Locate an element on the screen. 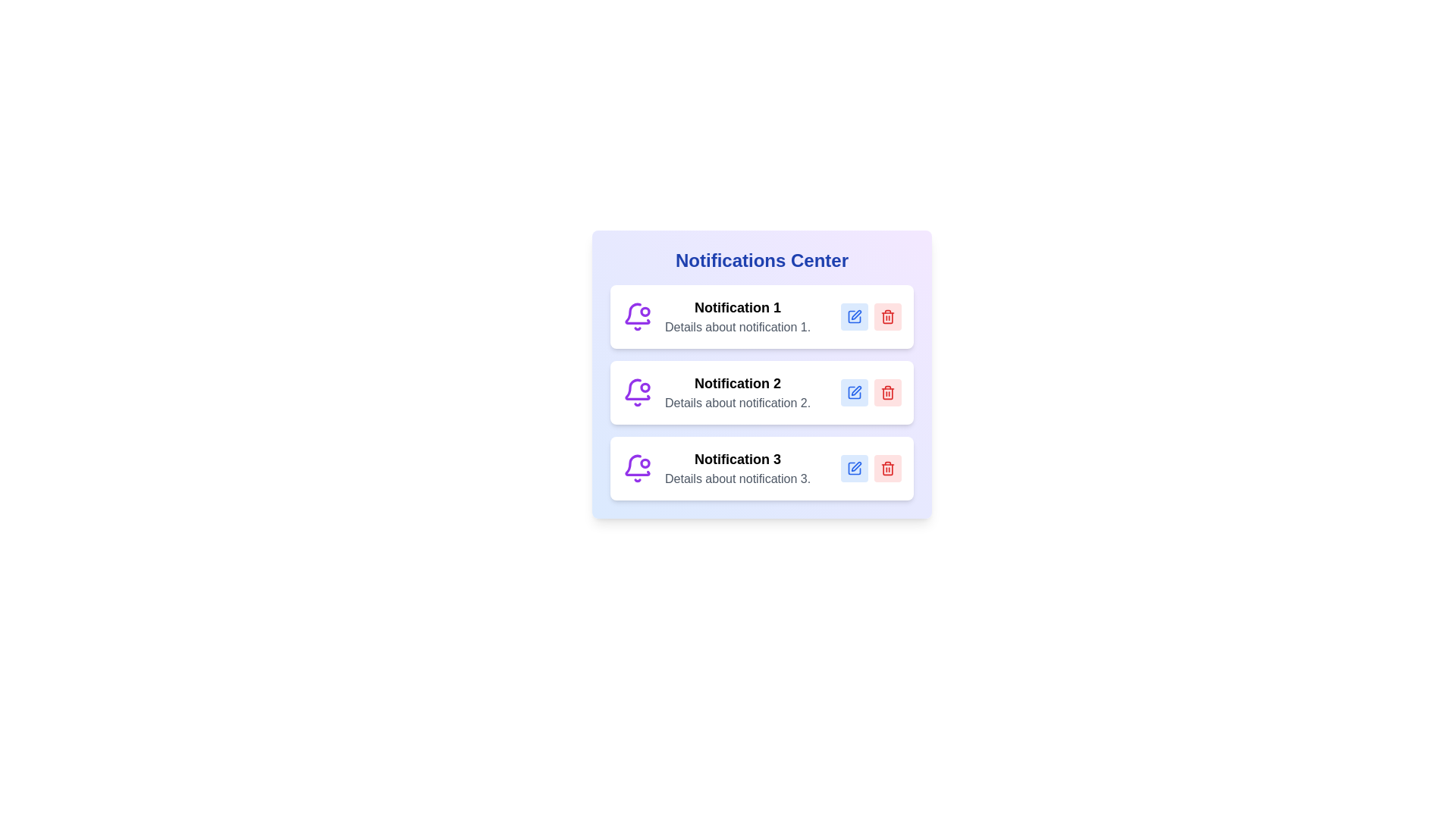 This screenshot has width=1456, height=819. the SVG Icon Button located in the top-right corner of the notification card for 'Notification 3' to initiate editing is located at coordinates (855, 467).